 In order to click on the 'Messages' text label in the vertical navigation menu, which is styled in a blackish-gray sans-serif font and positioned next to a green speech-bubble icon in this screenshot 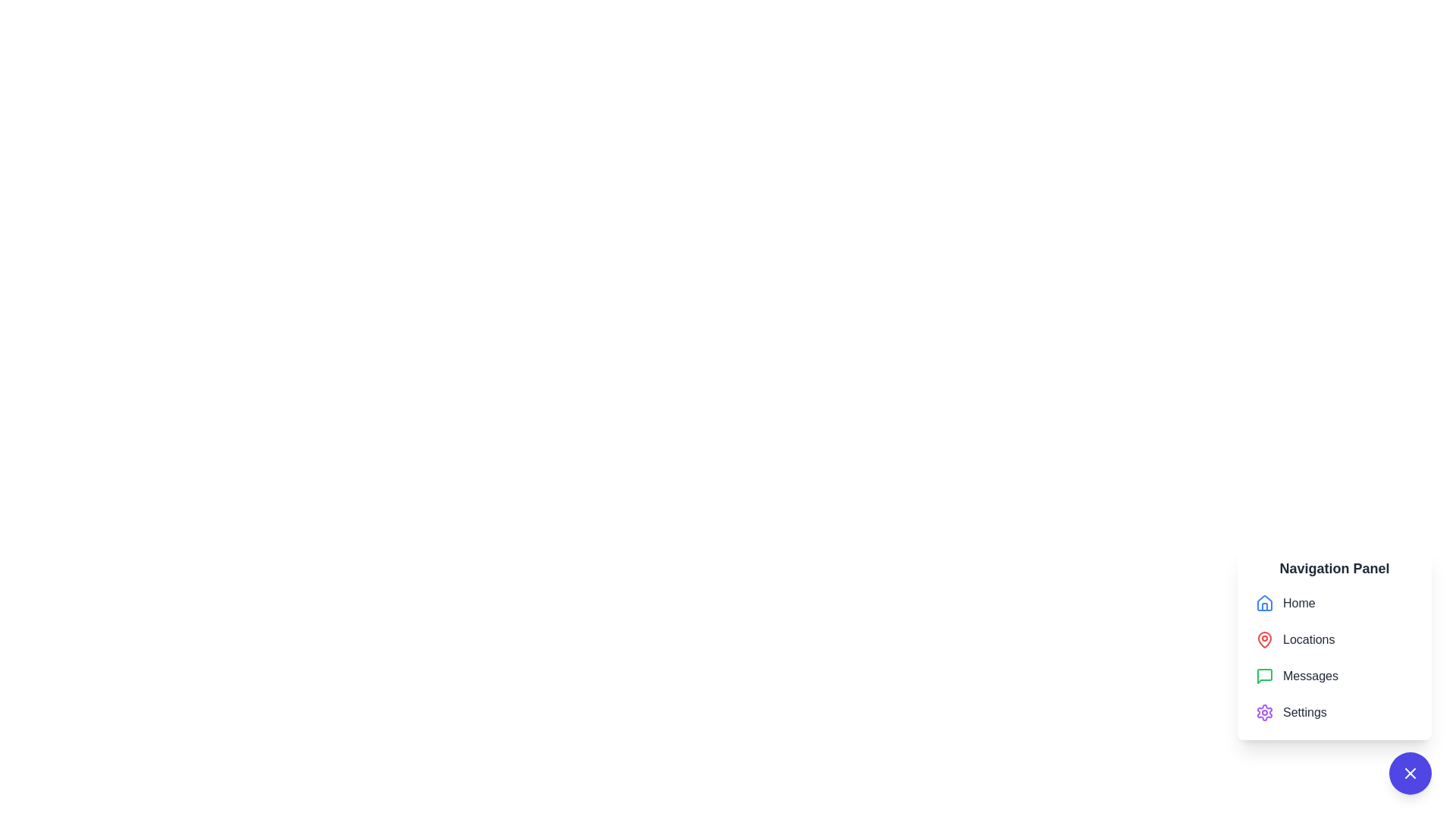, I will do `click(1310, 675)`.